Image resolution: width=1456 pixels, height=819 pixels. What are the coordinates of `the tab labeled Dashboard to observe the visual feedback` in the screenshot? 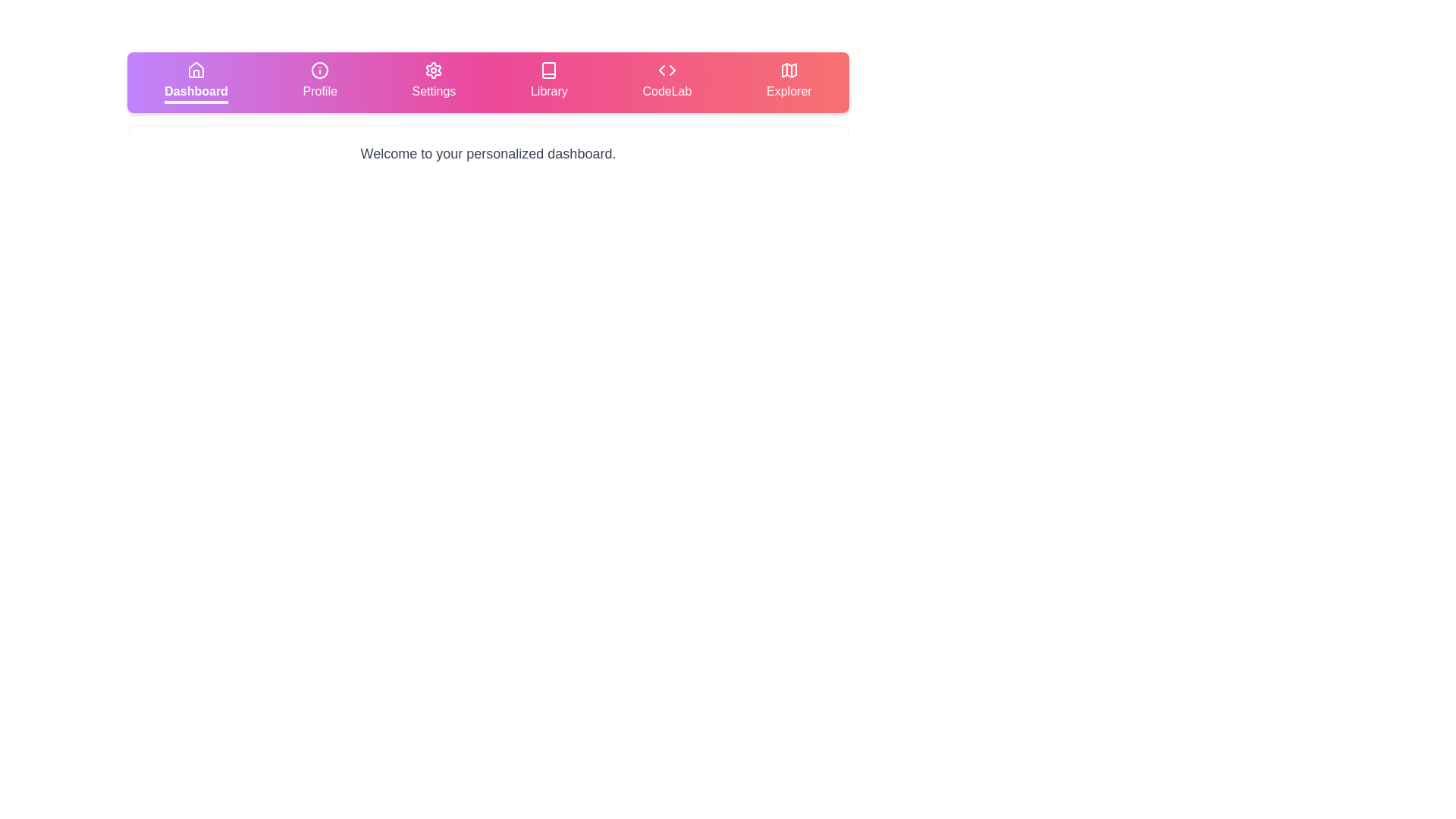 It's located at (196, 82).